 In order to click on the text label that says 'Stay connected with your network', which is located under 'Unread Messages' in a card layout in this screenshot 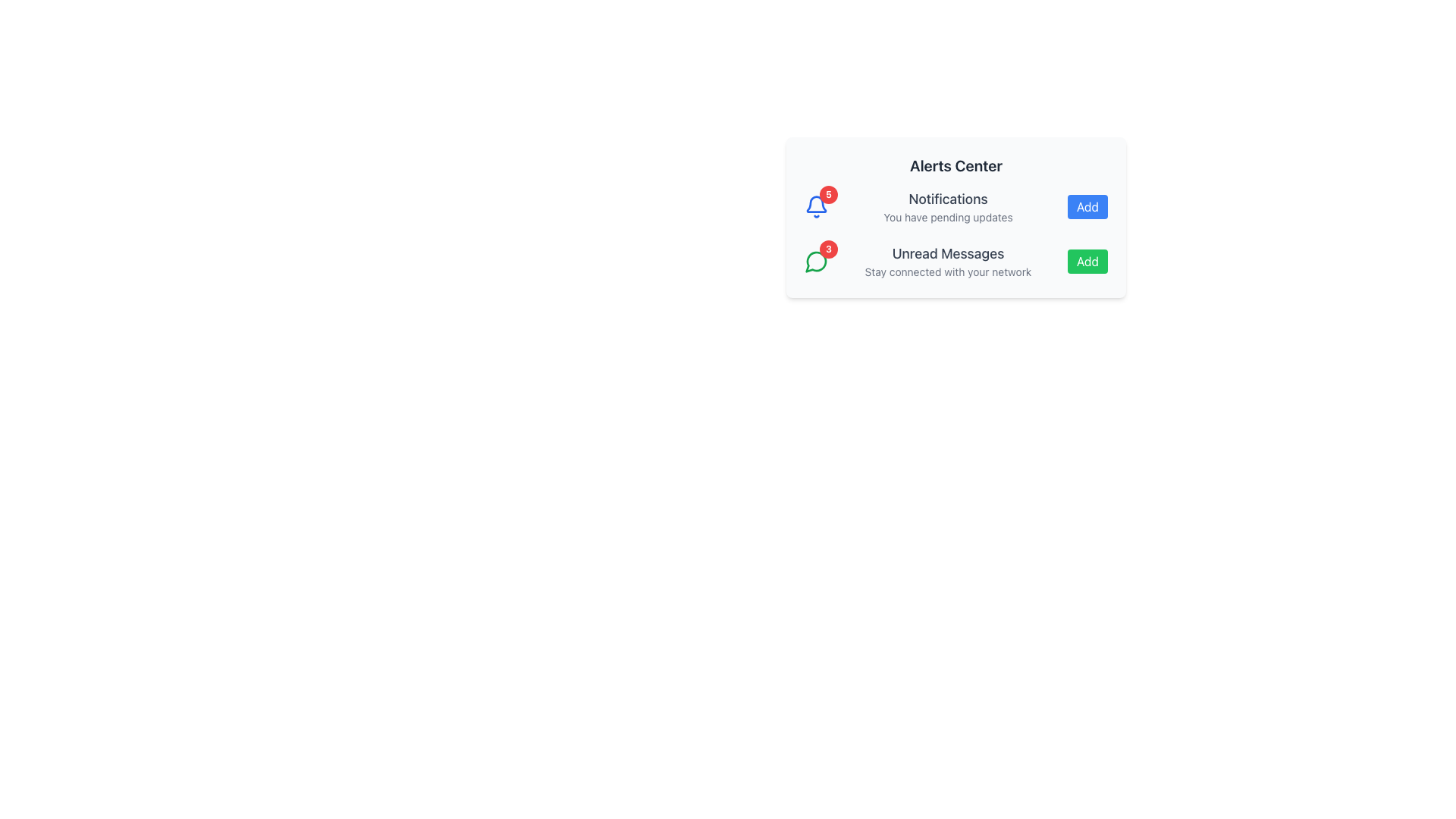, I will do `click(947, 271)`.